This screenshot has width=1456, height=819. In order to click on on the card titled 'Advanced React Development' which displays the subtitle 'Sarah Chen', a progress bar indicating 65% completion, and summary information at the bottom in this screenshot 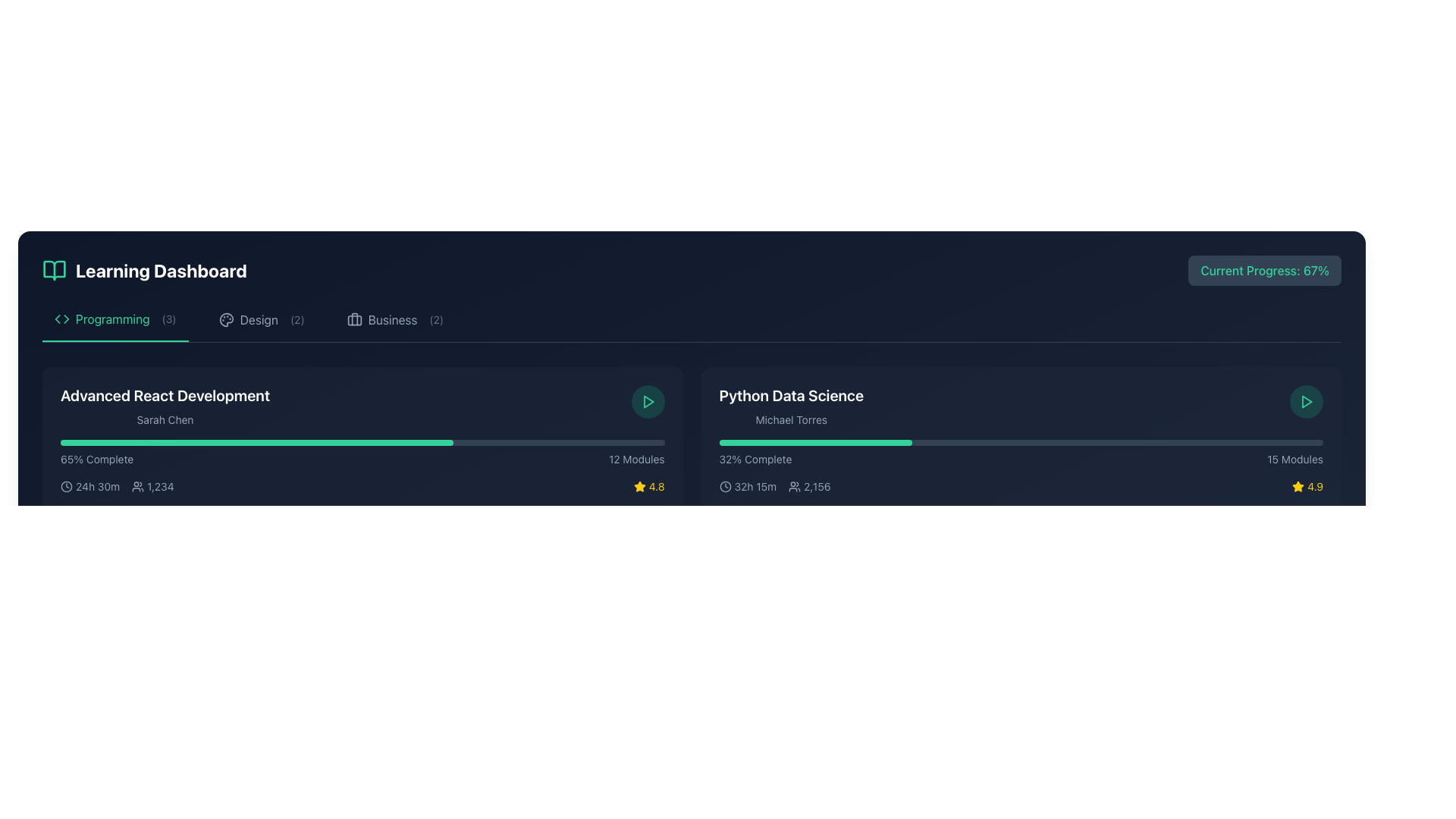, I will do `click(362, 439)`.